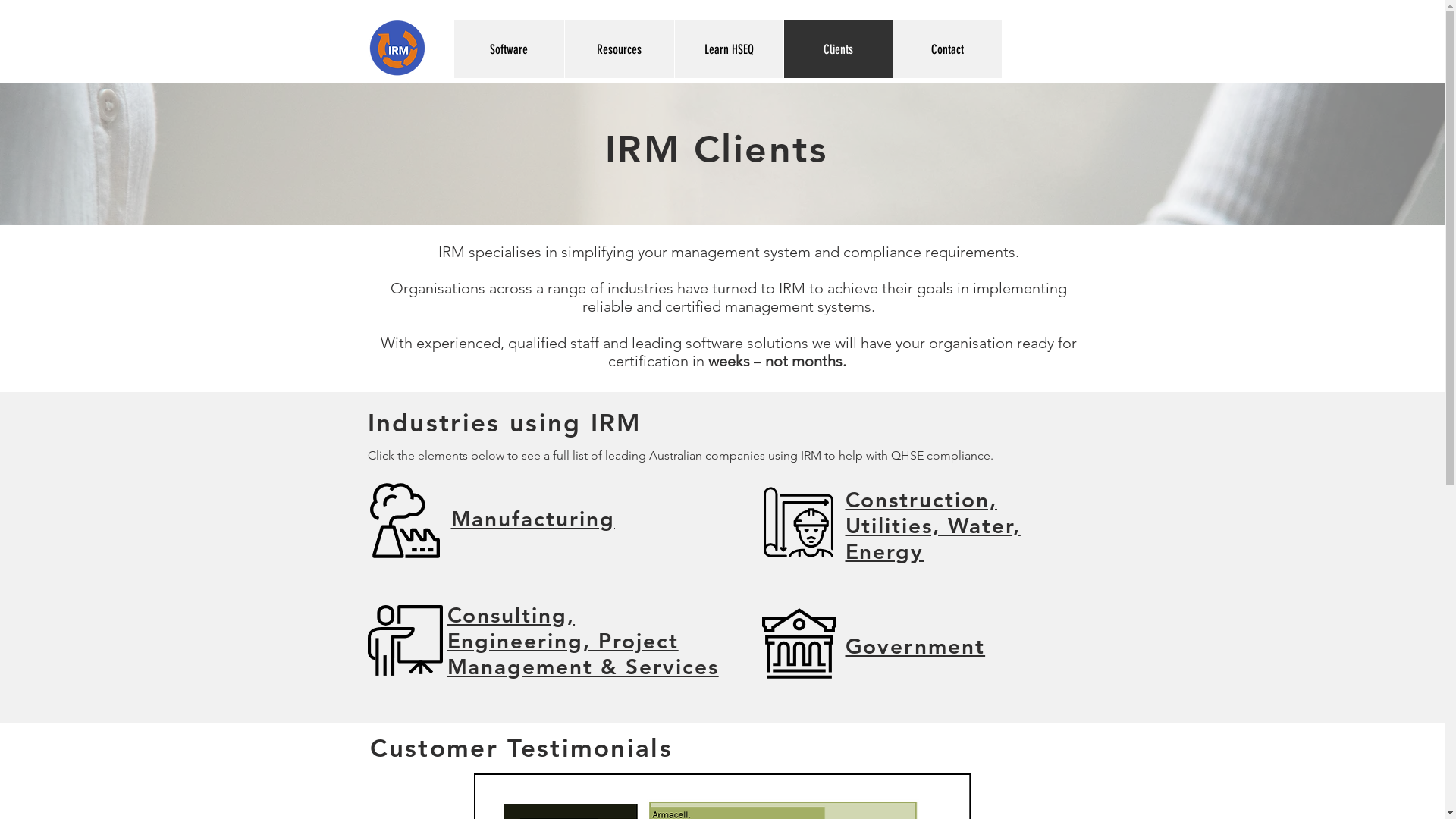  I want to click on 'Manufacturing', so click(450, 517).